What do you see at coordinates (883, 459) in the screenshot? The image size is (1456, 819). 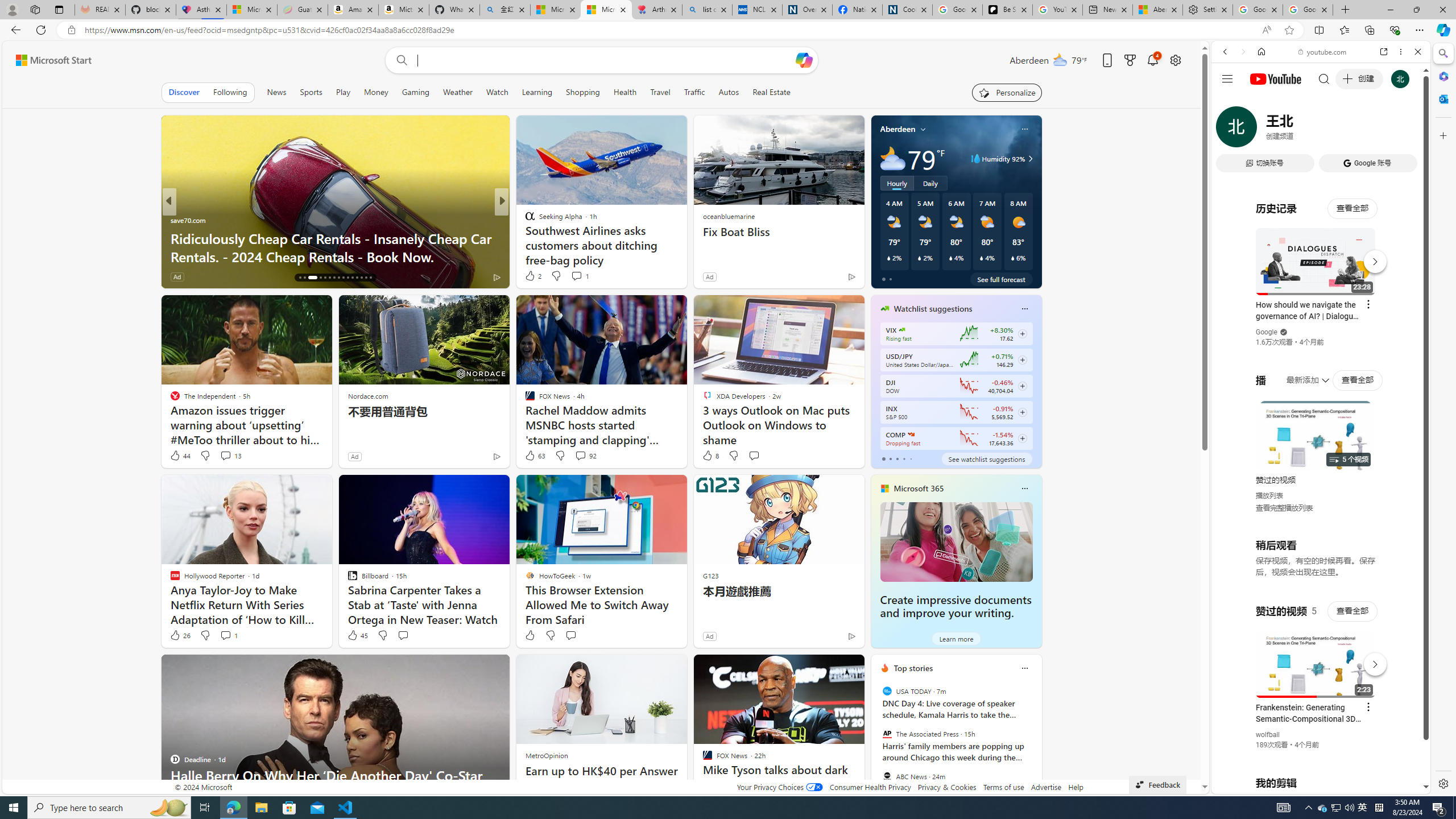 I see `'tab-0'` at bounding box center [883, 459].